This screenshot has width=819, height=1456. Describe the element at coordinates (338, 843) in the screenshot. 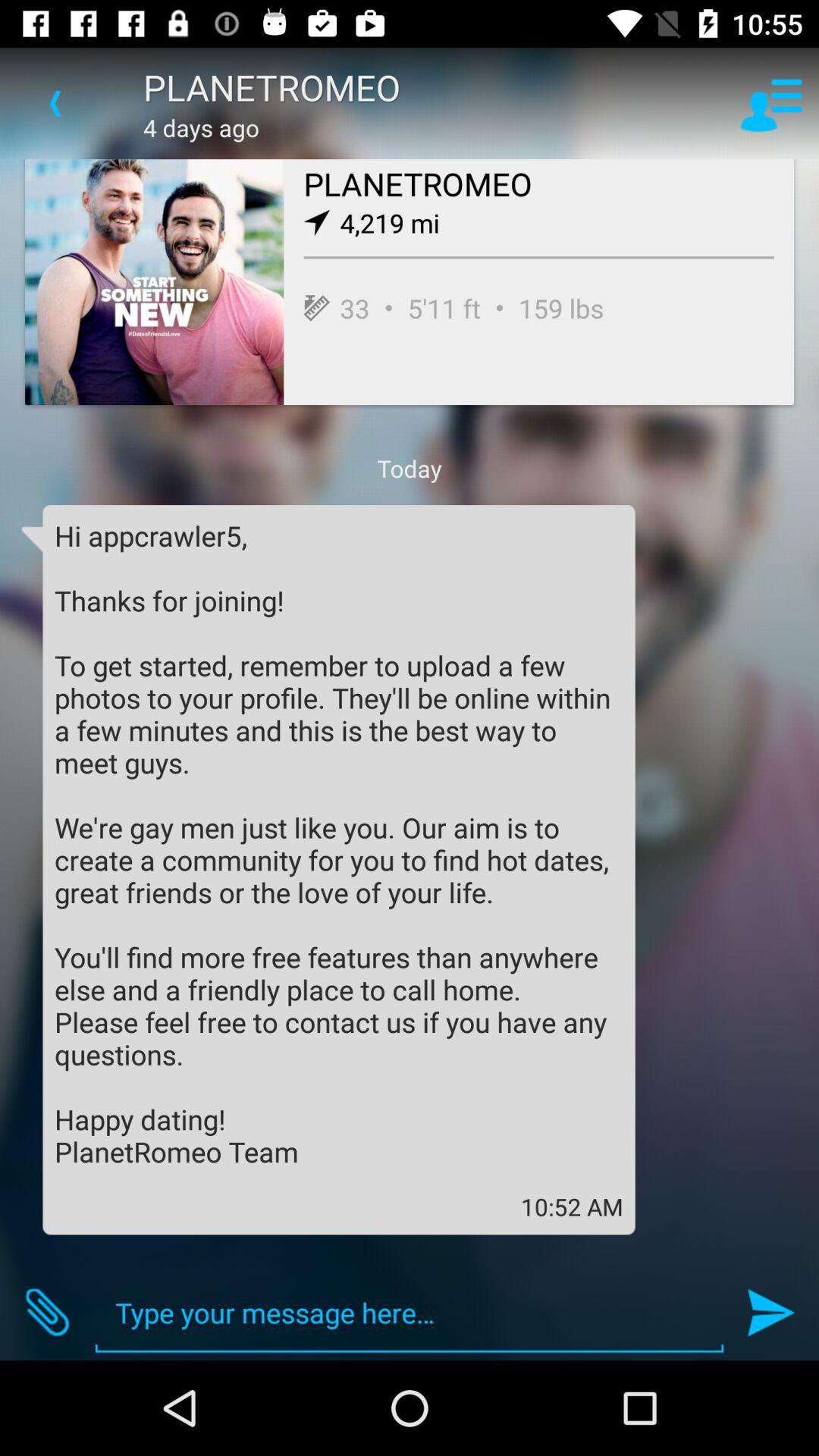

I see `icon above the 10:52 am` at that location.